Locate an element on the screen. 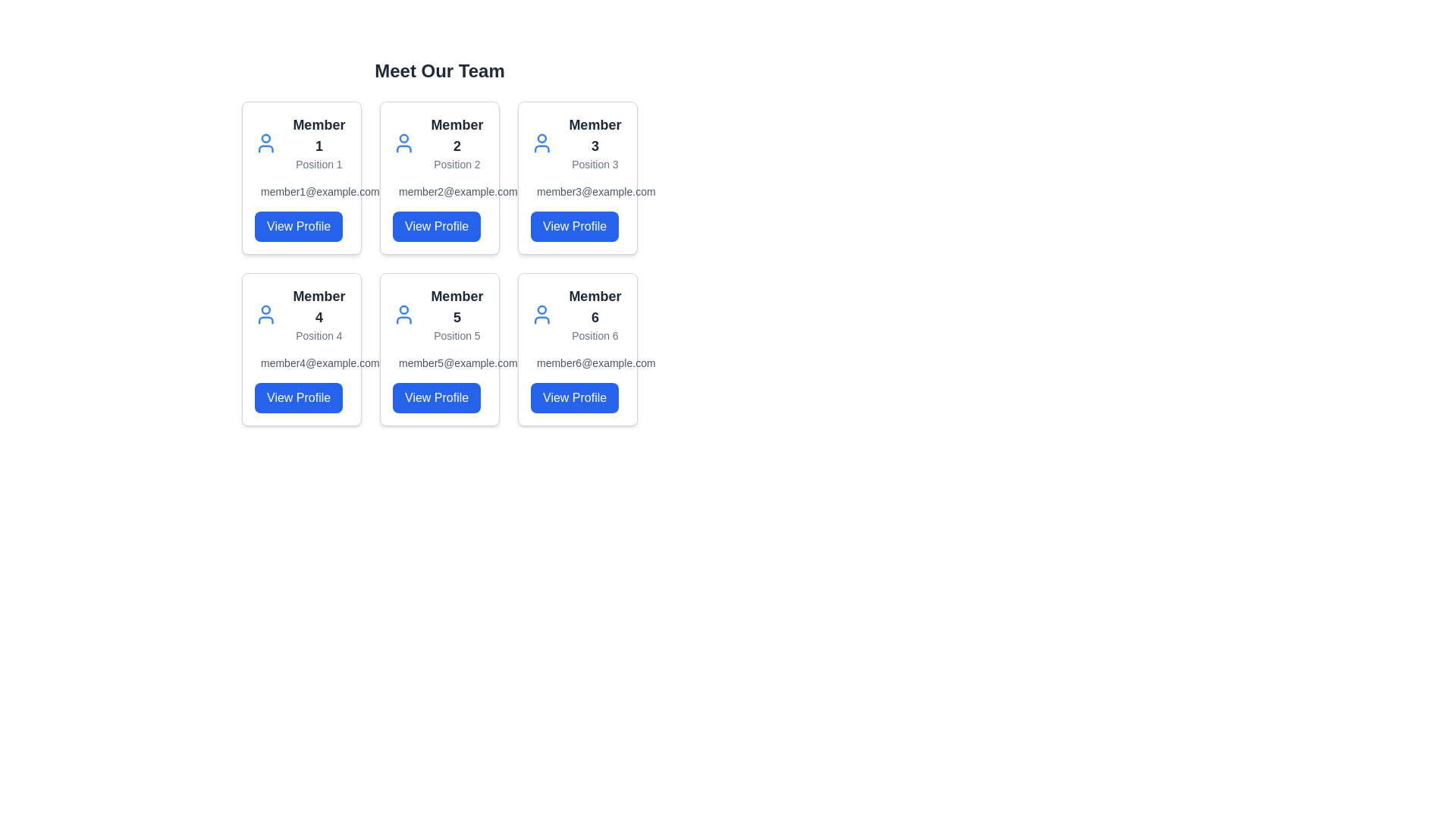 The width and height of the screenshot is (1456, 819). the heading/text label identifying 'Member 3' is located at coordinates (594, 134).